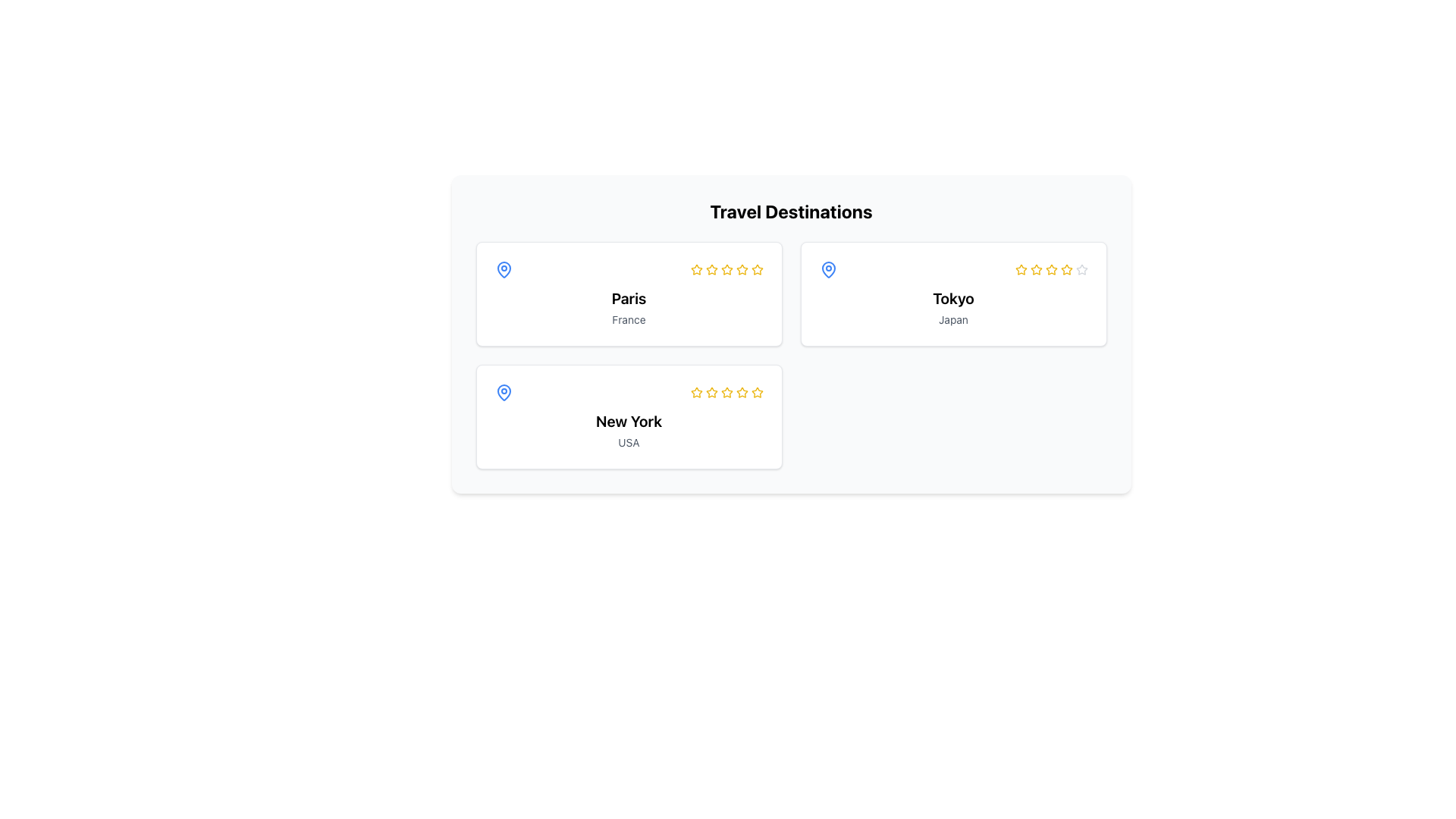  Describe the element at coordinates (952, 268) in the screenshot. I see `the information displayed in the Information display component with a blue location marker icon and a rating bar, located in the top horizontal section of the Tokyo card component` at that location.